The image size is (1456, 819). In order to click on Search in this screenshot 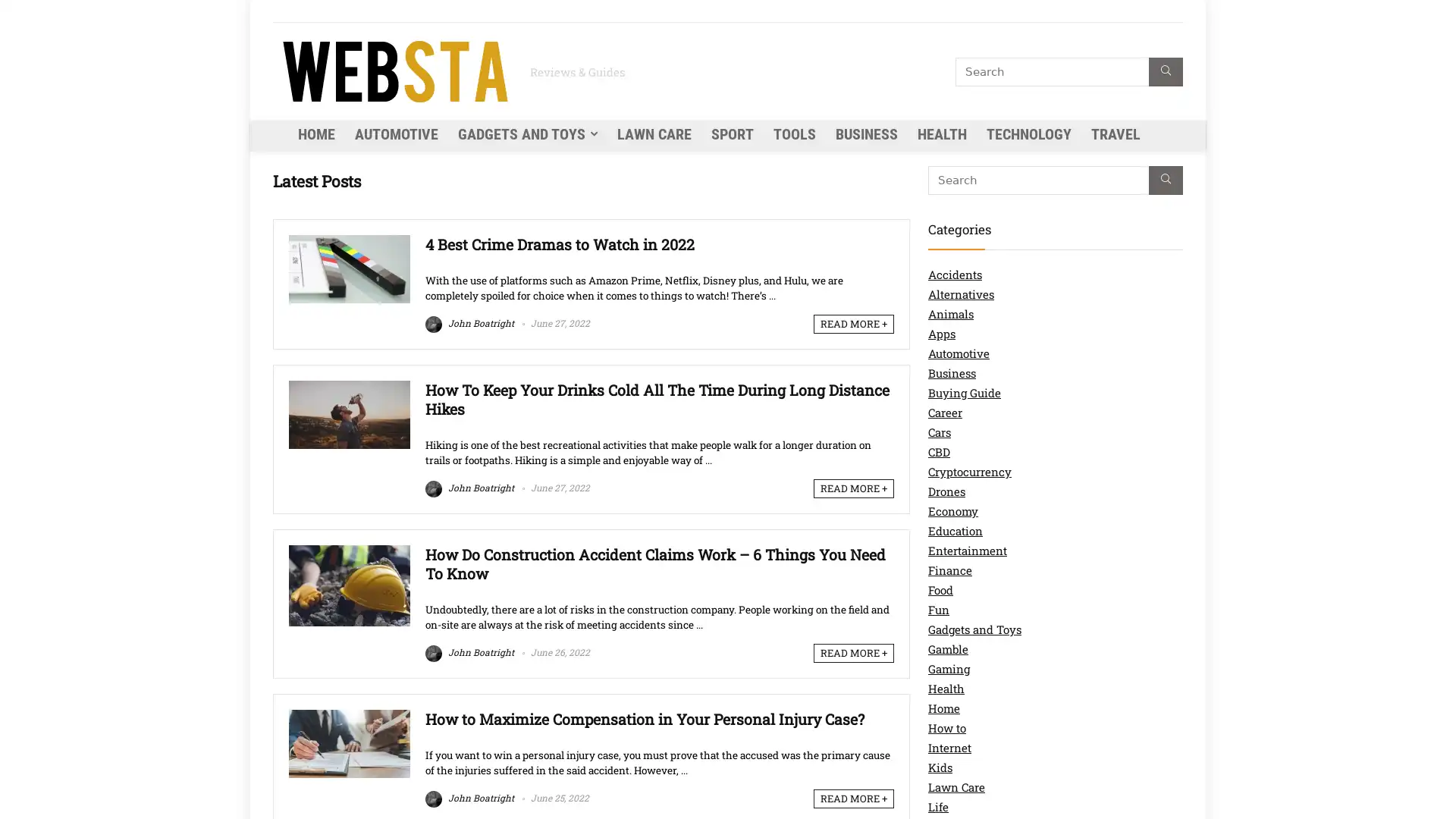, I will do `click(1165, 72)`.